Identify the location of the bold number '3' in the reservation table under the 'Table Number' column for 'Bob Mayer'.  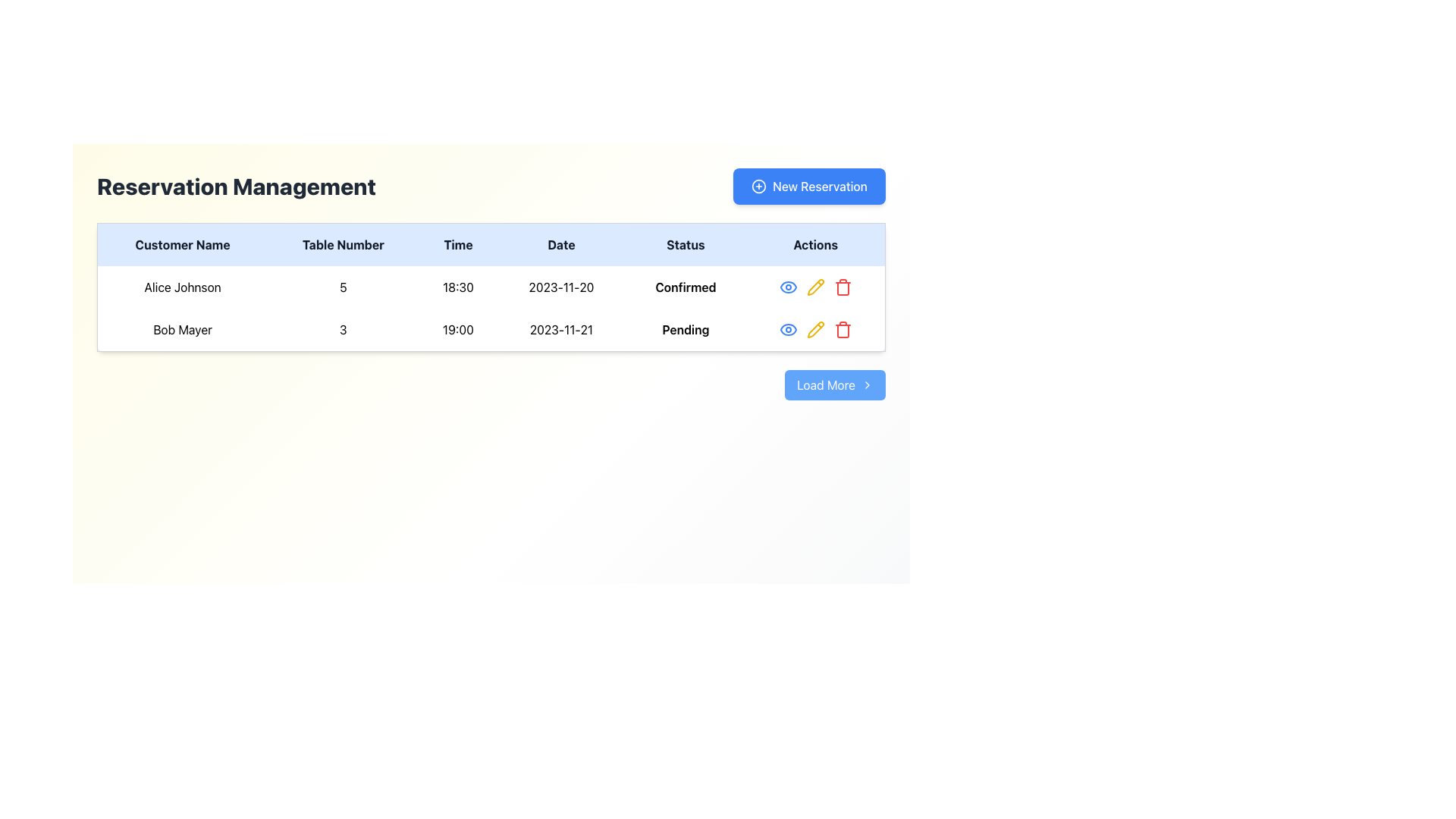
(342, 329).